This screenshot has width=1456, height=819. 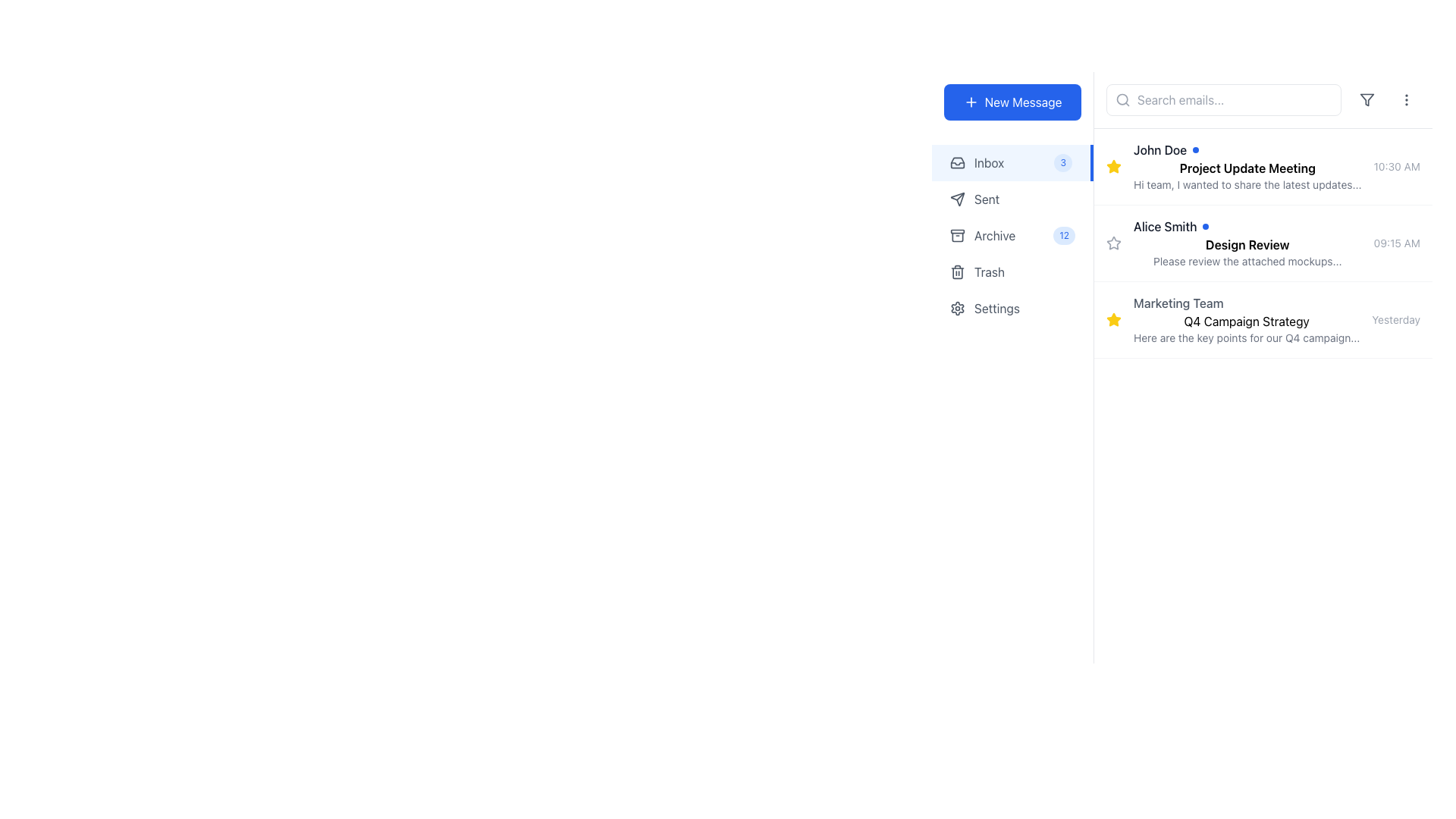 What do you see at coordinates (1009, 236) in the screenshot?
I see `the 'Archive' text label, which is styled in gray and positioned to the right of a trash bin icon, as the third item in the navigation list` at bounding box center [1009, 236].